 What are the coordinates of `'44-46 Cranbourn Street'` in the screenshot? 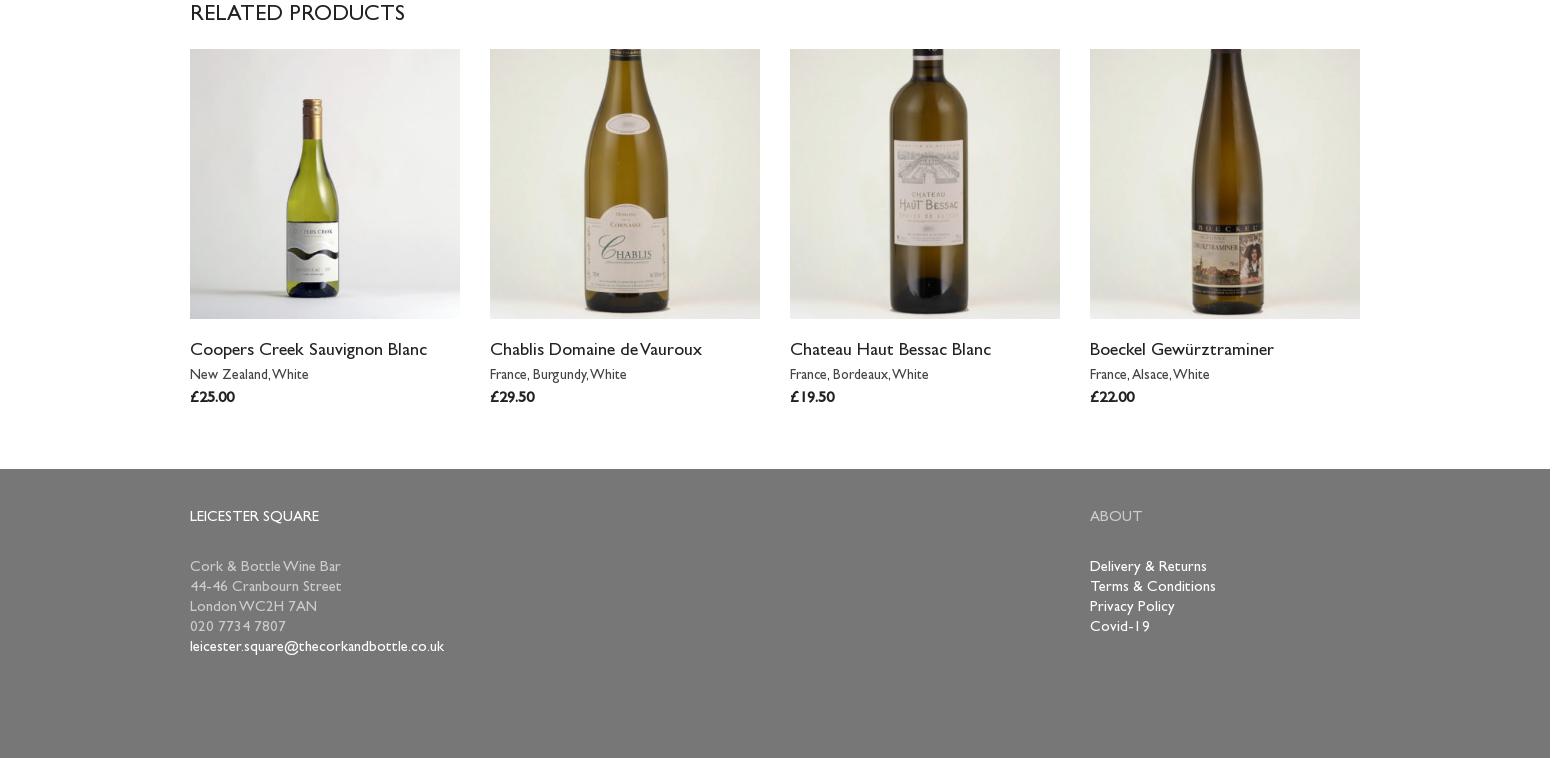 It's located at (265, 588).